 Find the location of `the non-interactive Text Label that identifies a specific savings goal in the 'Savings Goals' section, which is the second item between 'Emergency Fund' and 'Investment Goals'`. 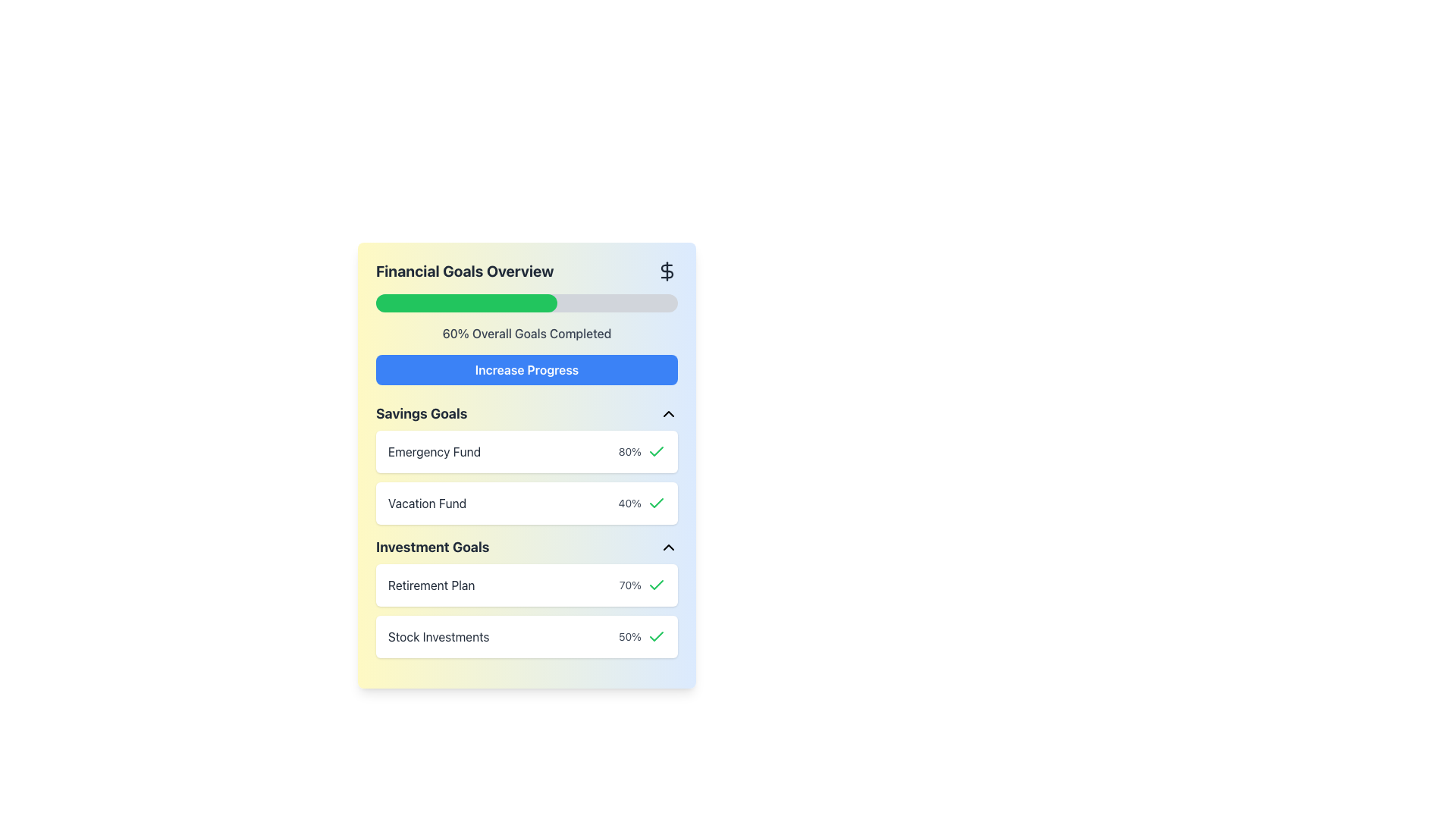

the non-interactive Text Label that identifies a specific savings goal in the 'Savings Goals' section, which is the second item between 'Emergency Fund' and 'Investment Goals' is located at coordinates (426, 503).